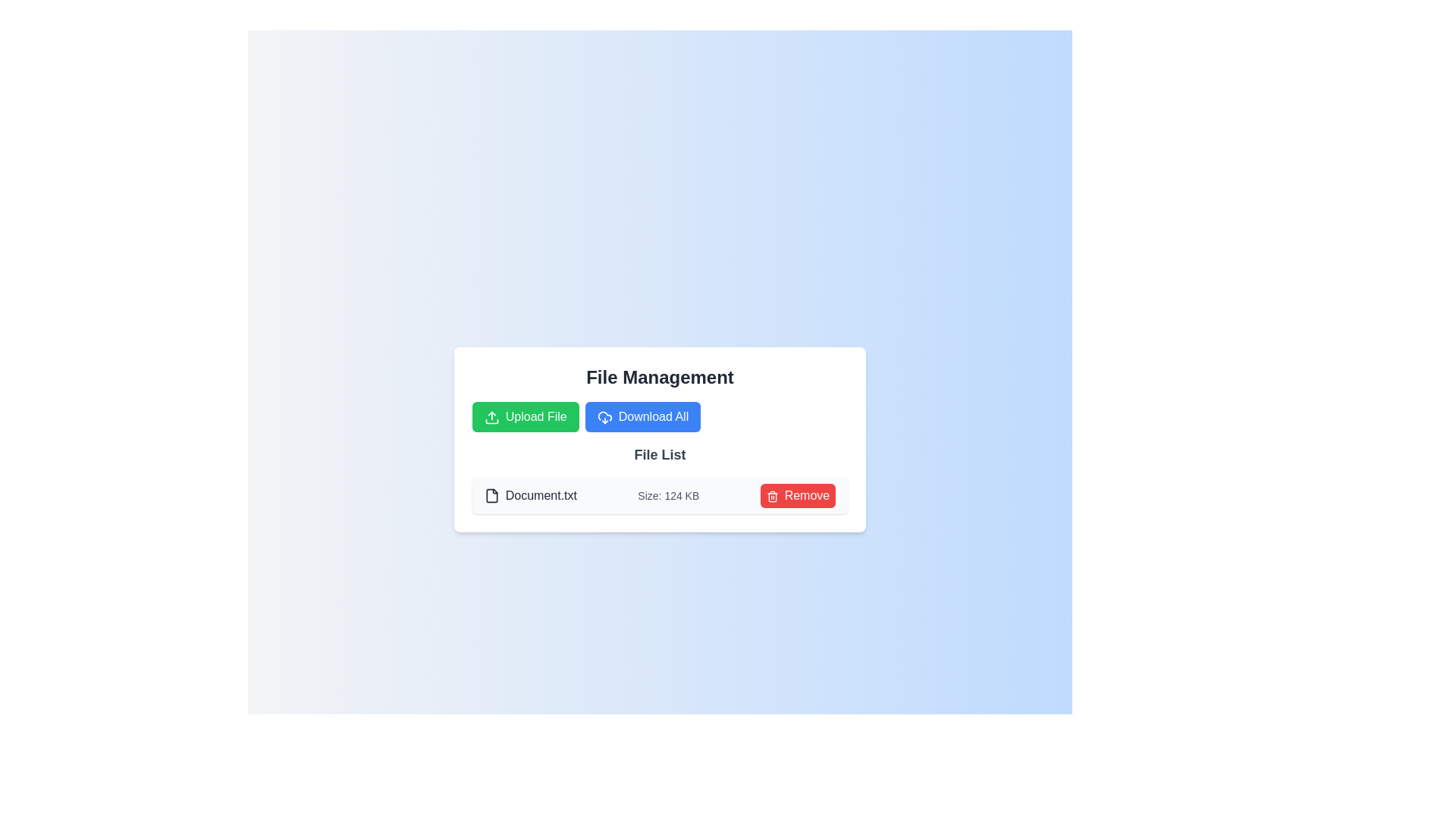 The height and width of the screenshot is (819, 1456). I want to click on the decorative icon element that forms the base tray of the 'Upload File' button located on the top-left of the file management interface, so click(491, 421).